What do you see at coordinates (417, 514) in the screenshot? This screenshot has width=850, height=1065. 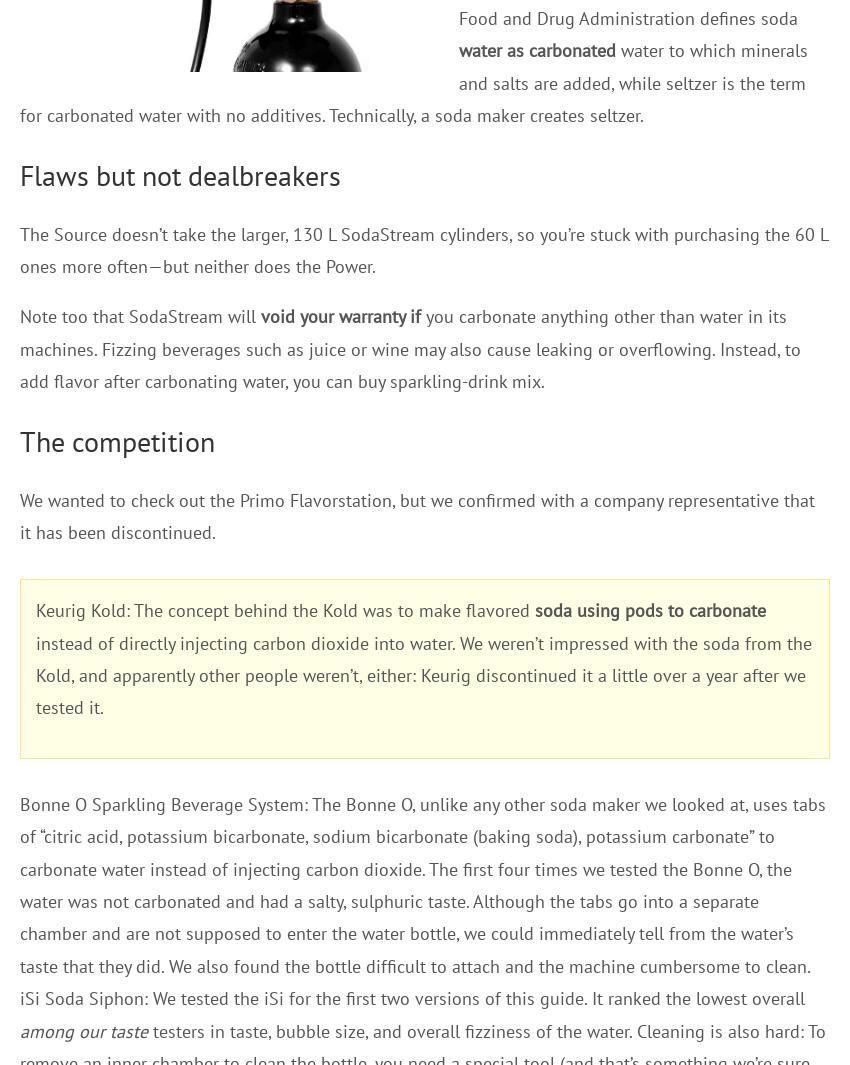 I see `'We wanted to check out the Primo Flavorstation, but we confirmed with a company representative that it has been discontinued.'` at bounding box center [417, 514].